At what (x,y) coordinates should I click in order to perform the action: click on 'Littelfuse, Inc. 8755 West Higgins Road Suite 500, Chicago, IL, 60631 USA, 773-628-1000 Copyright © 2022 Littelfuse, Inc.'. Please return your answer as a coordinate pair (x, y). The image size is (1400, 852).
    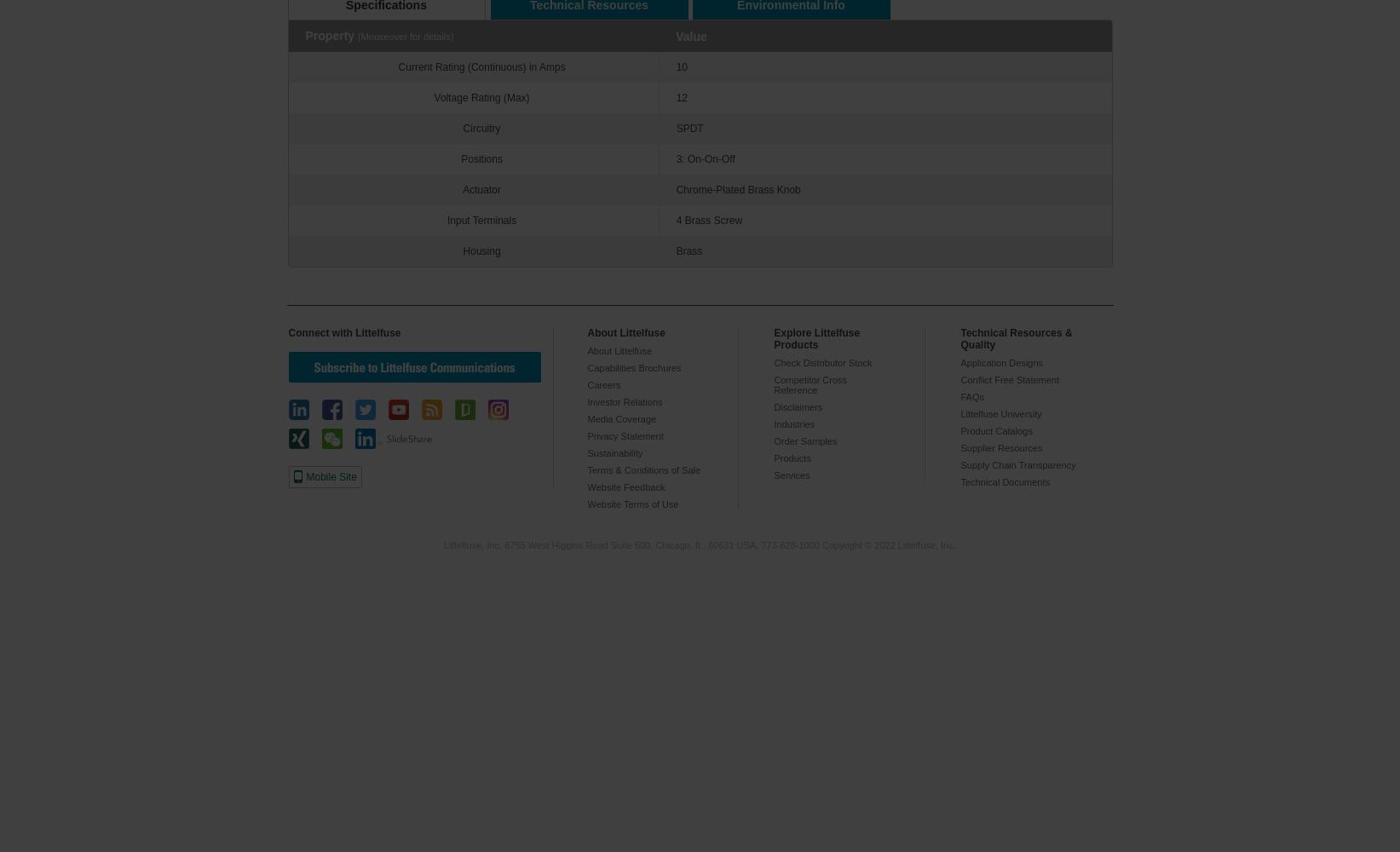
    Looking at the image, I should click on (700, 545).